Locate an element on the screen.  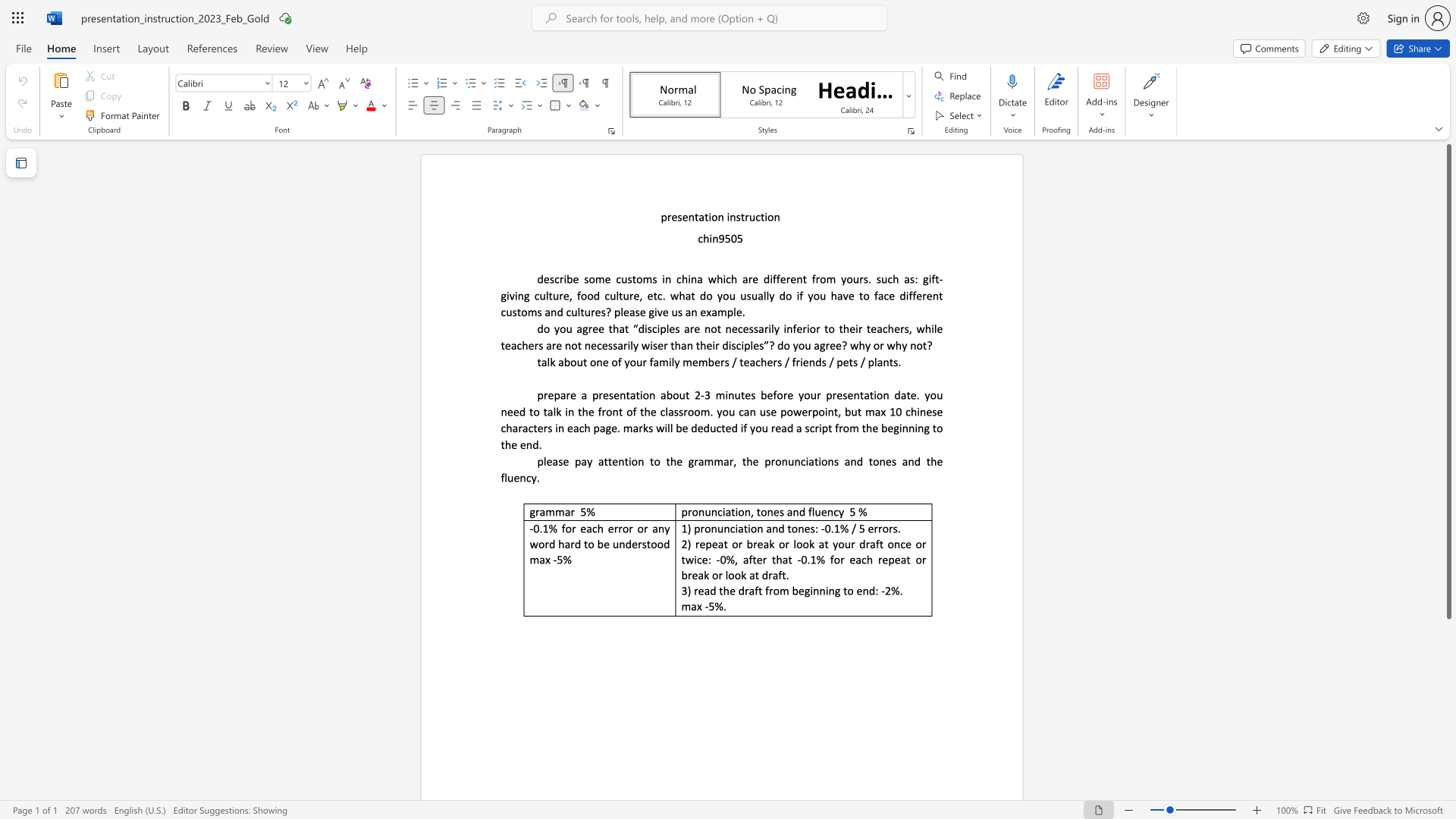
the scrollbar to scroll the page down is located at coordinates (1448, 659).